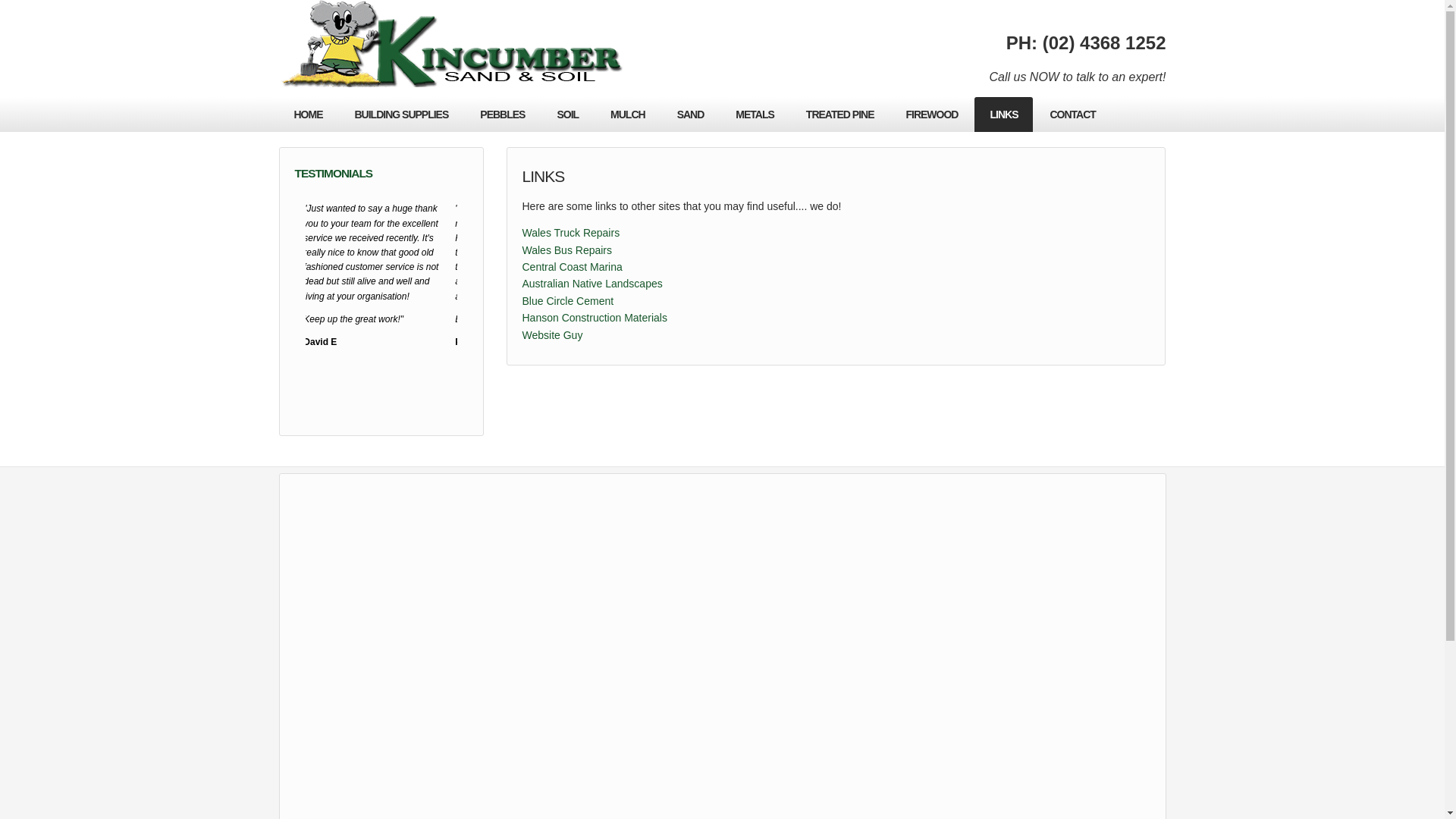 Image resolution: width=1456 pixels, height=819 pixels. What do you see at coordinates (690, 113) in the screenshot?
I see `'SAND'` at bounding box center [690, 113].